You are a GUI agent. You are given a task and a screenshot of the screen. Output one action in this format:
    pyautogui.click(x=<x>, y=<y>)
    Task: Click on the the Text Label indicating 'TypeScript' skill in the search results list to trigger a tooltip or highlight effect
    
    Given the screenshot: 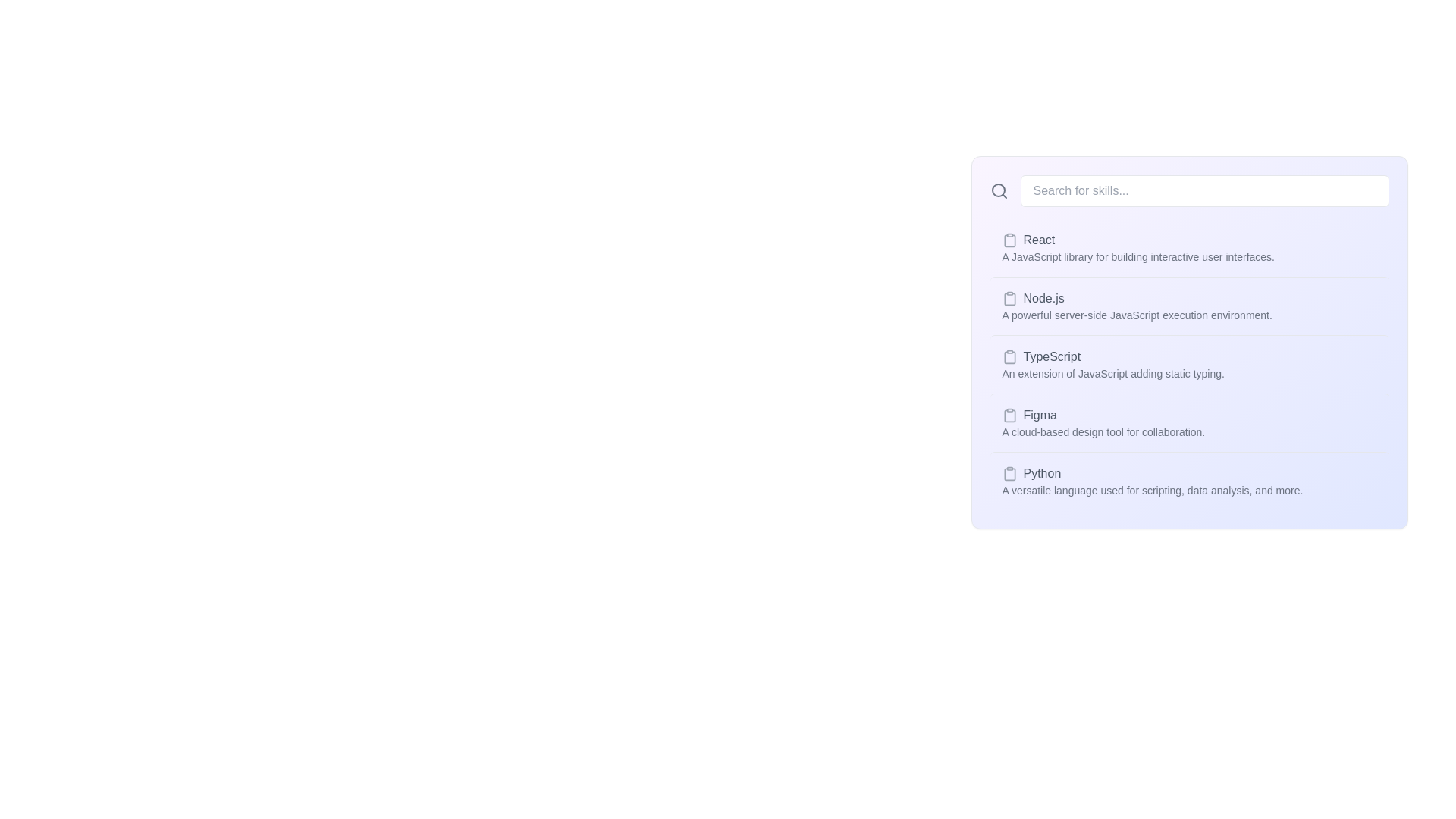 What is the action you would take?
    pyautogui.click(x=1051, y=356)
    